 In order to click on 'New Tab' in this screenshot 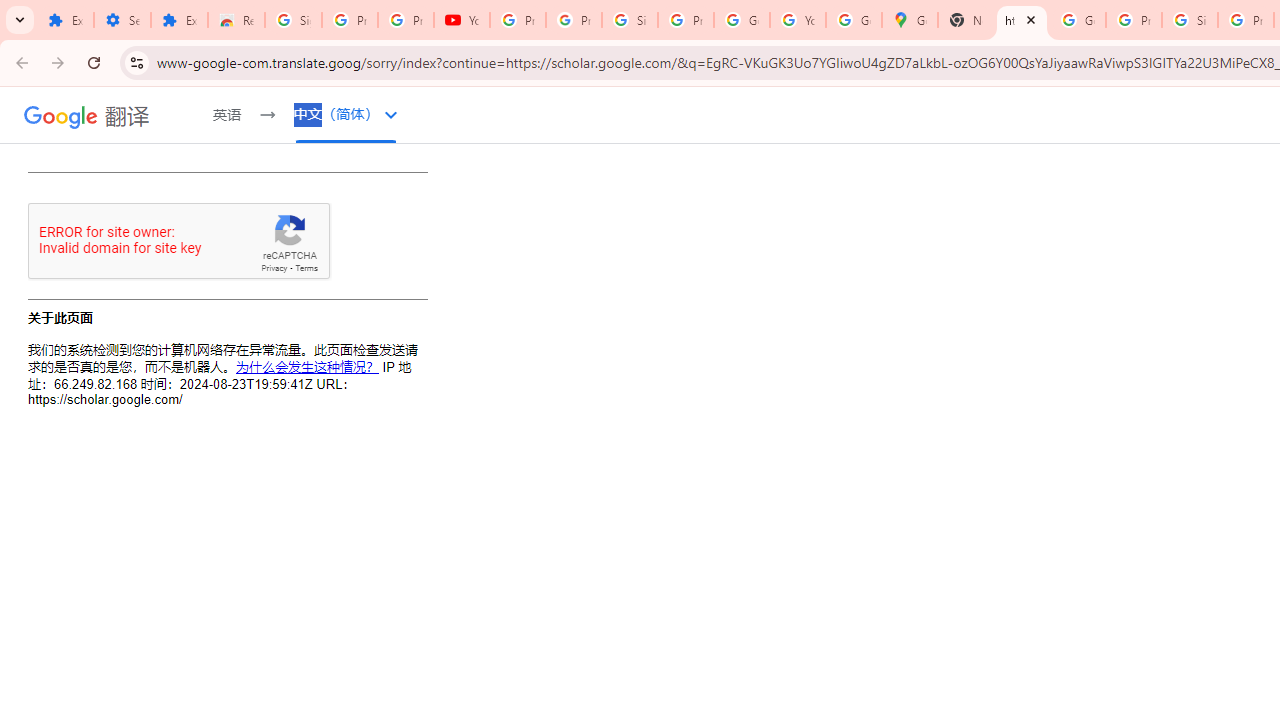, I will do `click(966, 20)`.